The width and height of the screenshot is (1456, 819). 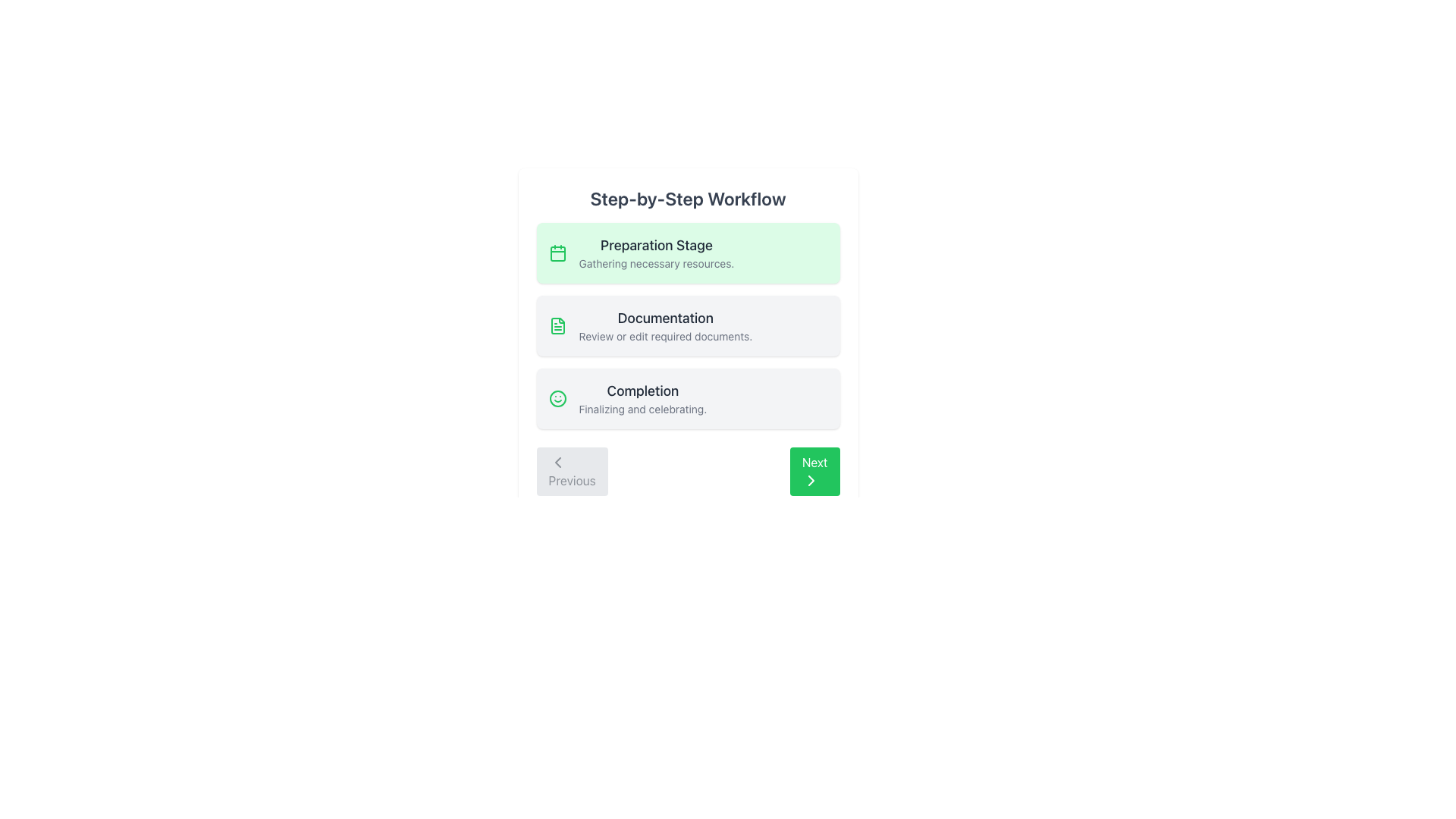 What do you see at coordinates (656, 262) in the screenshot?
I see `the information provided by the text label located directly under the 'Preparation Stage' in the workflow interface` at bounding box center [656, 262].